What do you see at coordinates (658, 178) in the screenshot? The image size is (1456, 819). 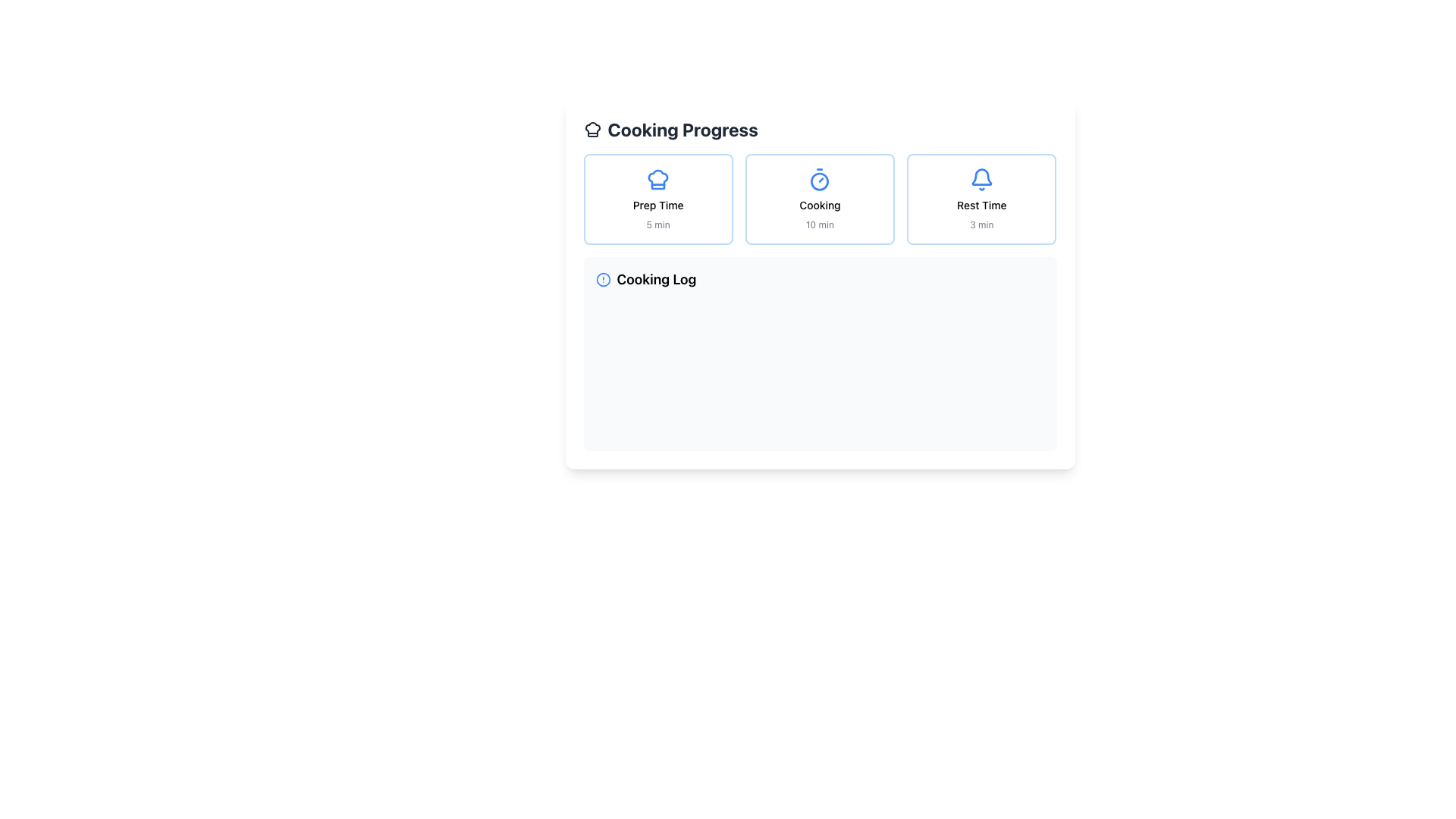 I see `the chef's hat icon located at the top left of the cooking progress section, to the left of the 'Cooking Progress' title` at bounding box center [658, 178].